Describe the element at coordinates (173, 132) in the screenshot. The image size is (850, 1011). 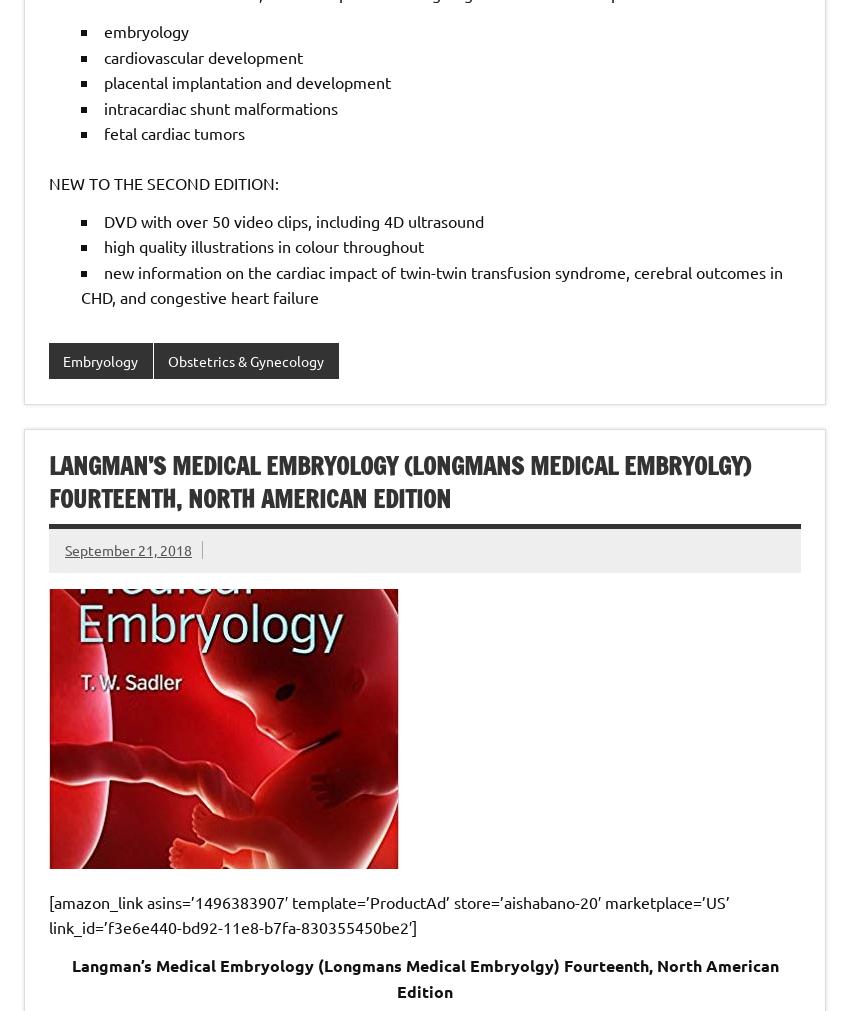
I see `'fetal cardiac tumors'` at that location.